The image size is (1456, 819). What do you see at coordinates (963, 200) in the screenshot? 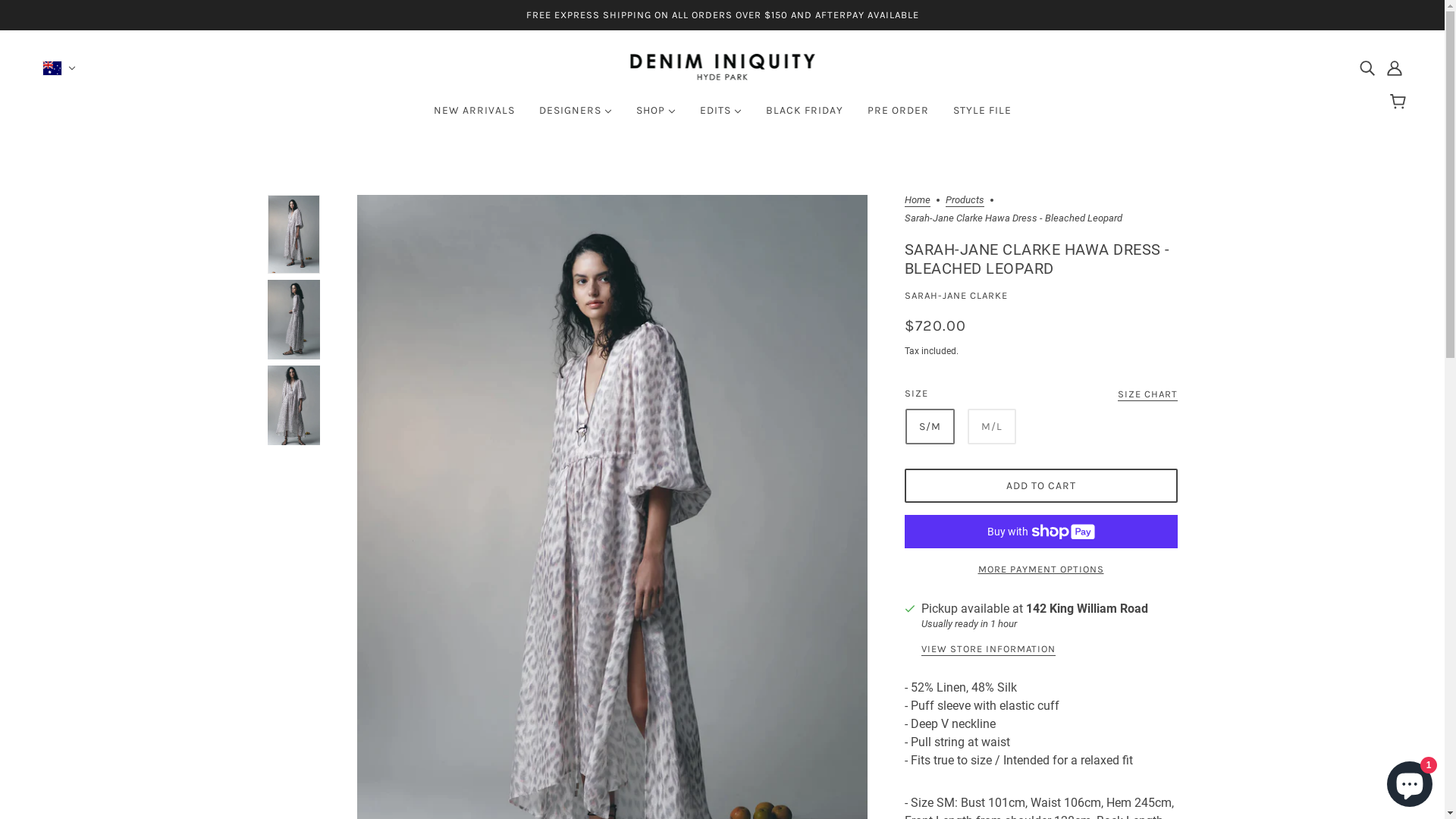
I see `'Products'` at bounding box center [963, 200].